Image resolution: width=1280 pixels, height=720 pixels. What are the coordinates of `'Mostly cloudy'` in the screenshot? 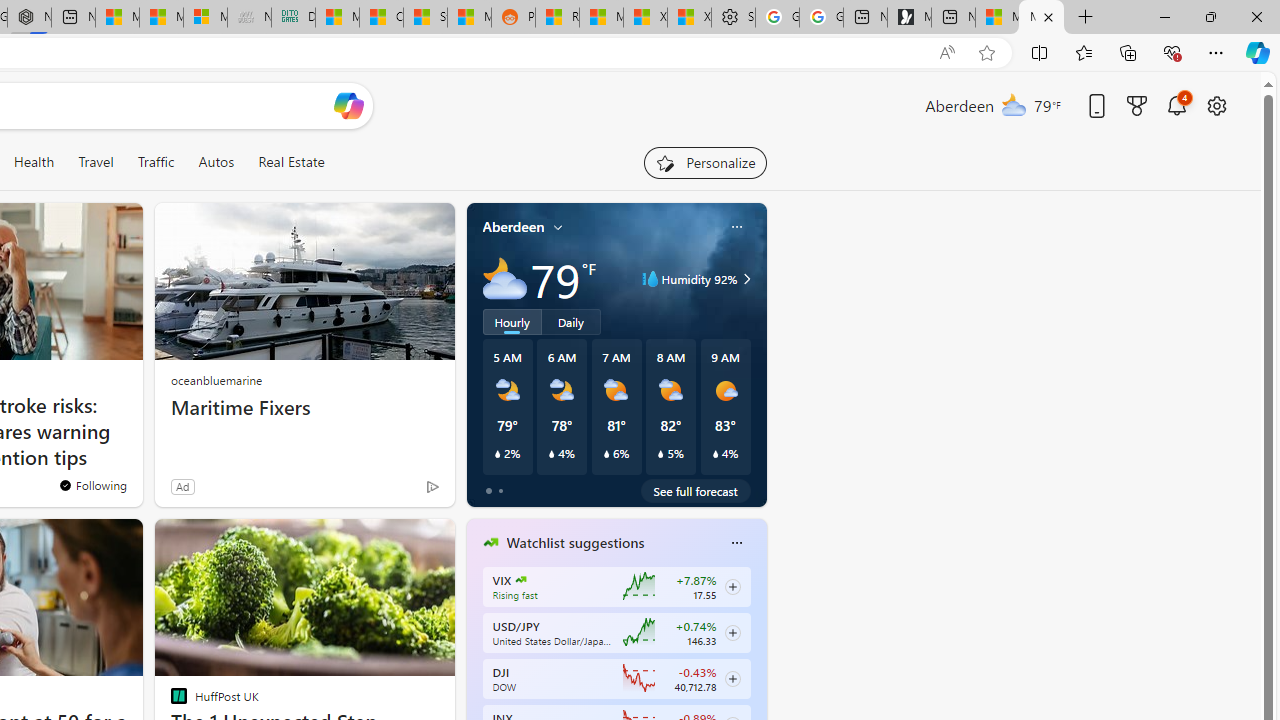 It's located at (504, 279).